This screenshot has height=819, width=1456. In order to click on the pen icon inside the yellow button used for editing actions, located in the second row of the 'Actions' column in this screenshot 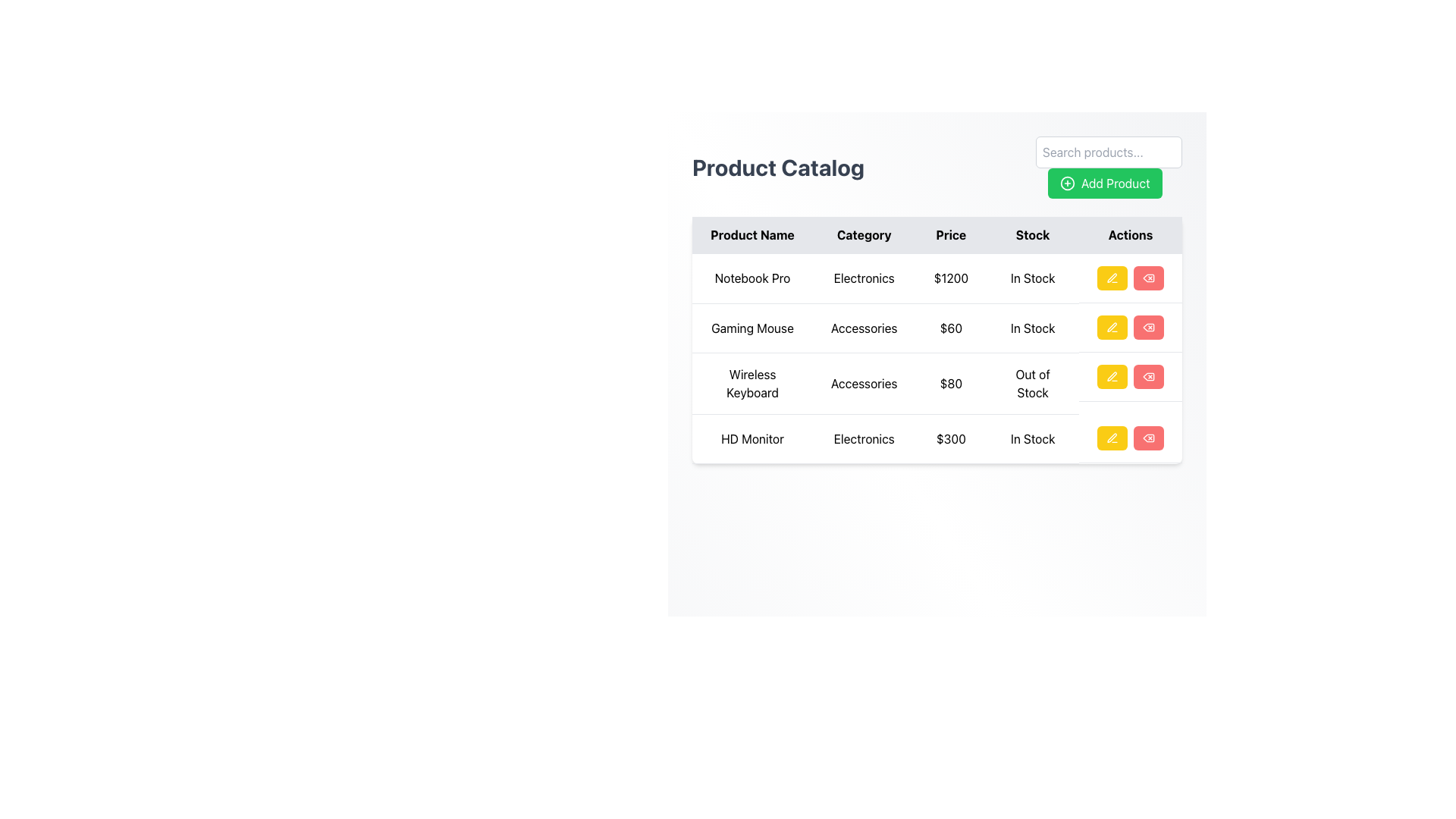, I will do `click(1112, 327)`.